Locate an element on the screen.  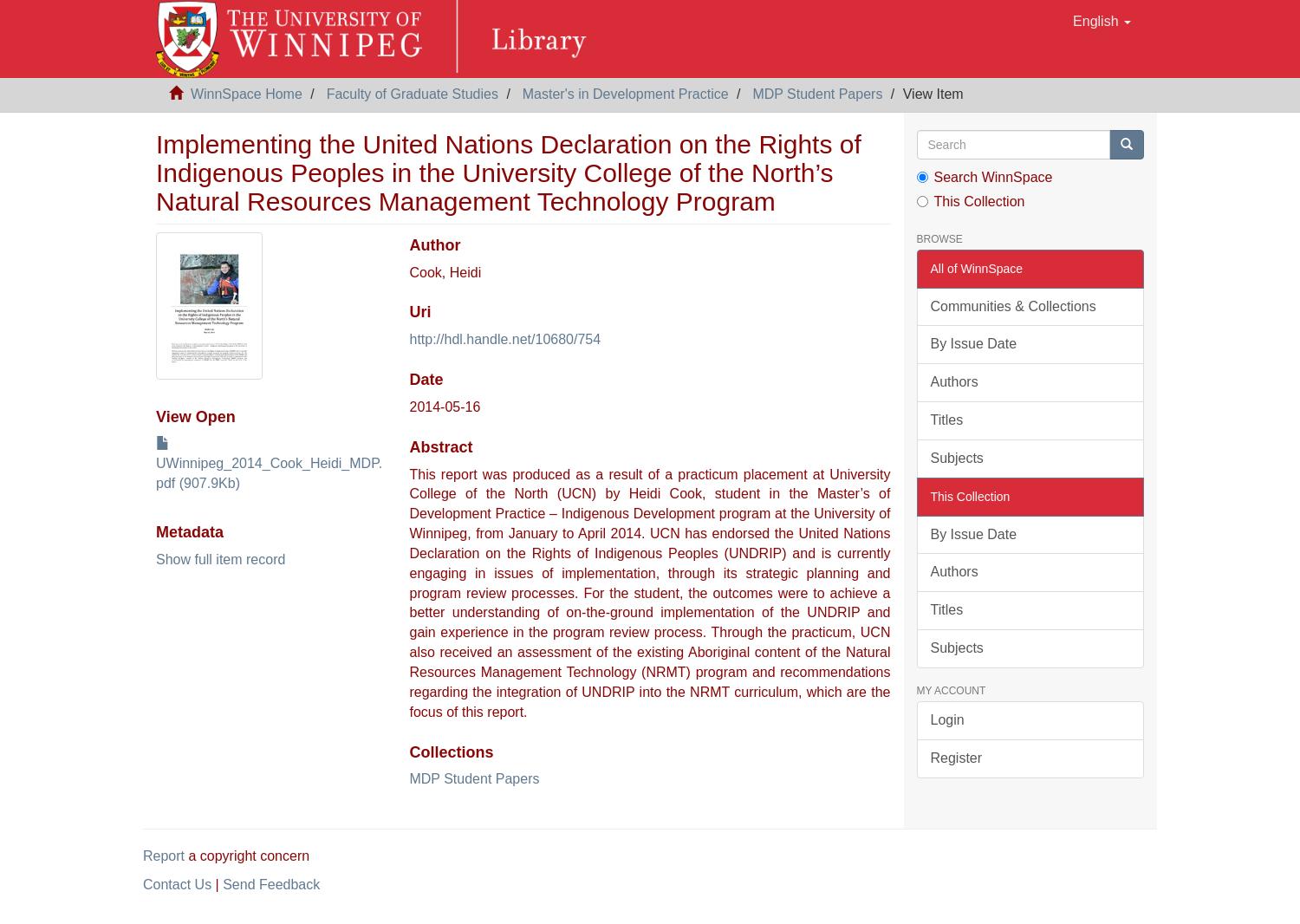
'Abstract' is located at coordinates (440, 446).